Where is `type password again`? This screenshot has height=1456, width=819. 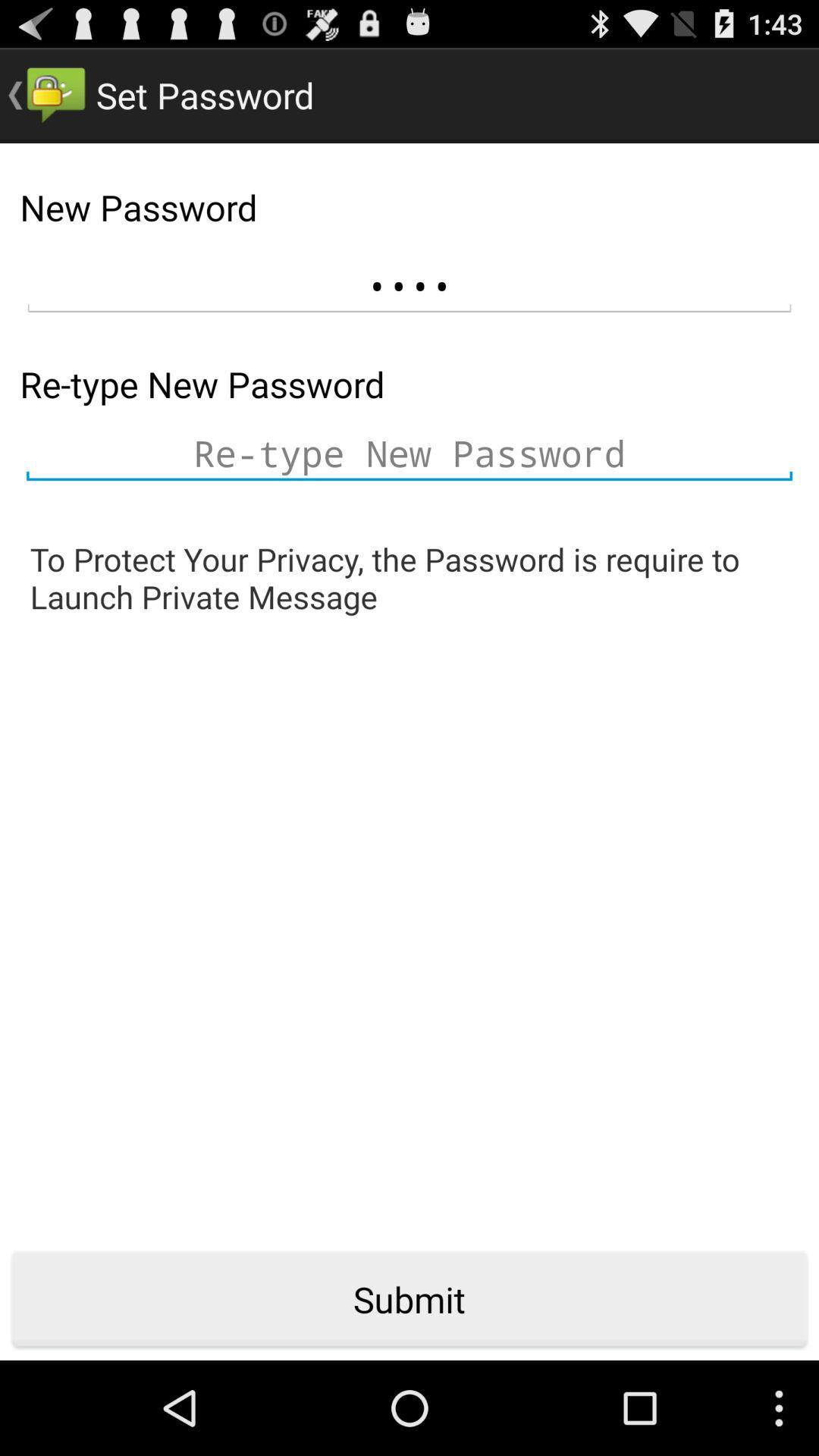
type password again is located at coordinates (409, 452).